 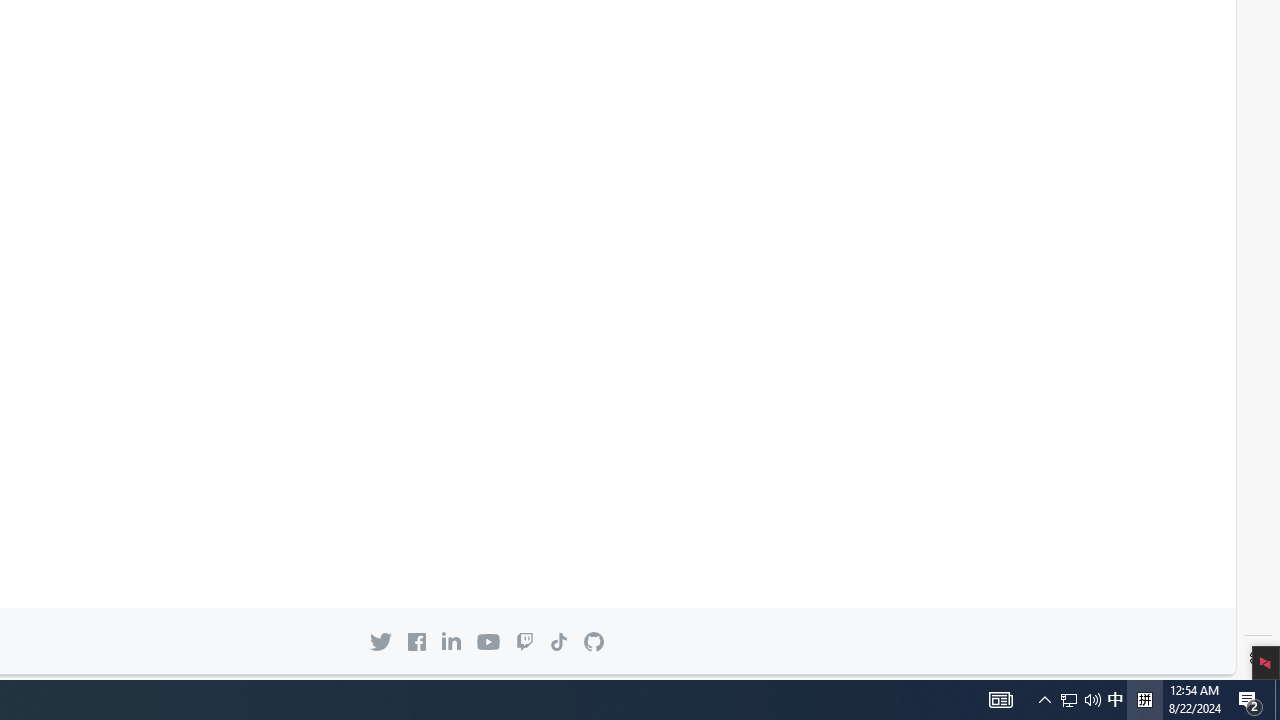 What do you see at coordinates (450, 641) in the screenshot?
I see `'Linkedin icon GitHub on LinkedIn'` at bounding box center [450, 641].